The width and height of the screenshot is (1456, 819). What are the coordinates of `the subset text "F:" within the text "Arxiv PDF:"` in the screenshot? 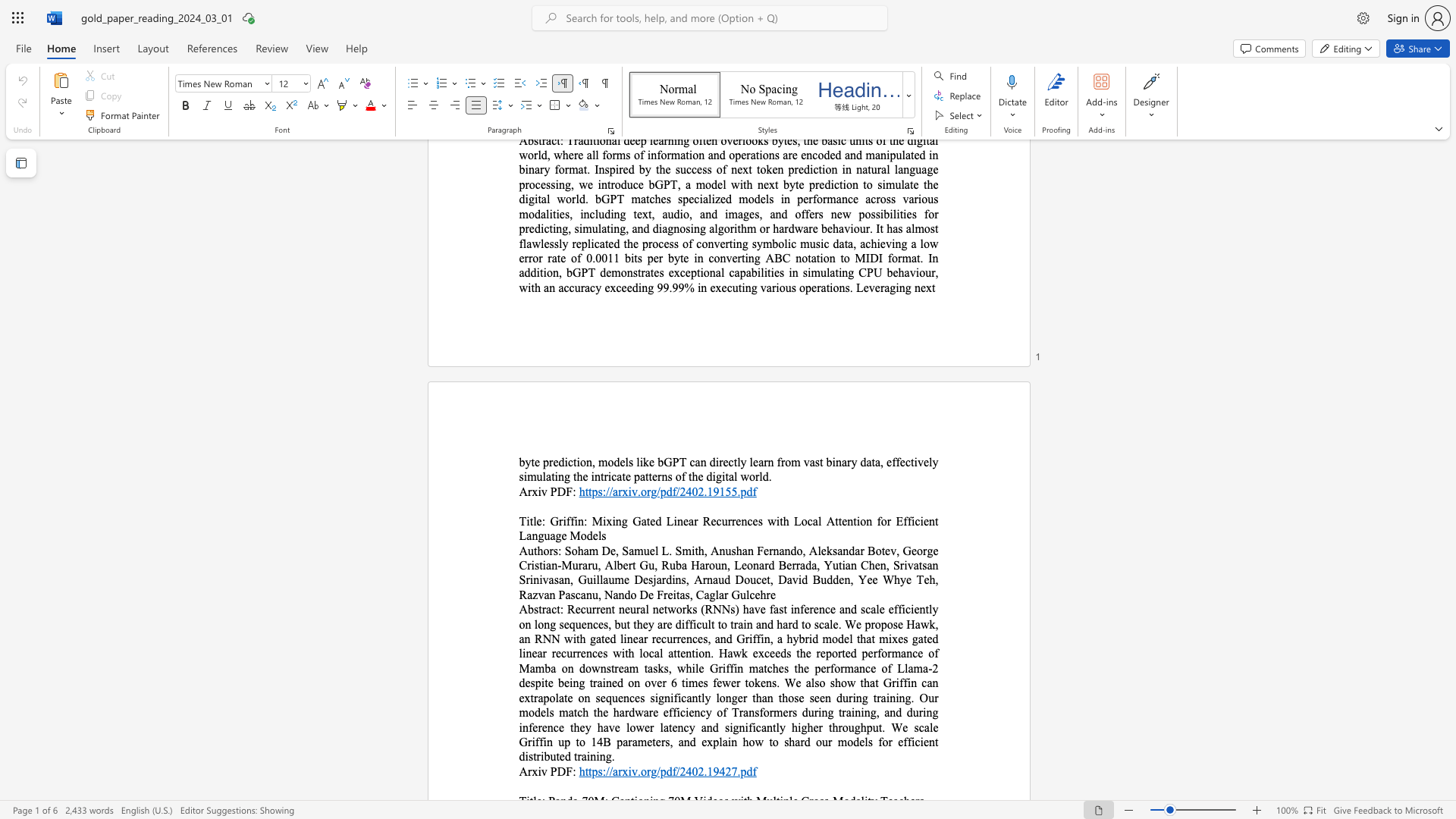 It's located at (565, 771).